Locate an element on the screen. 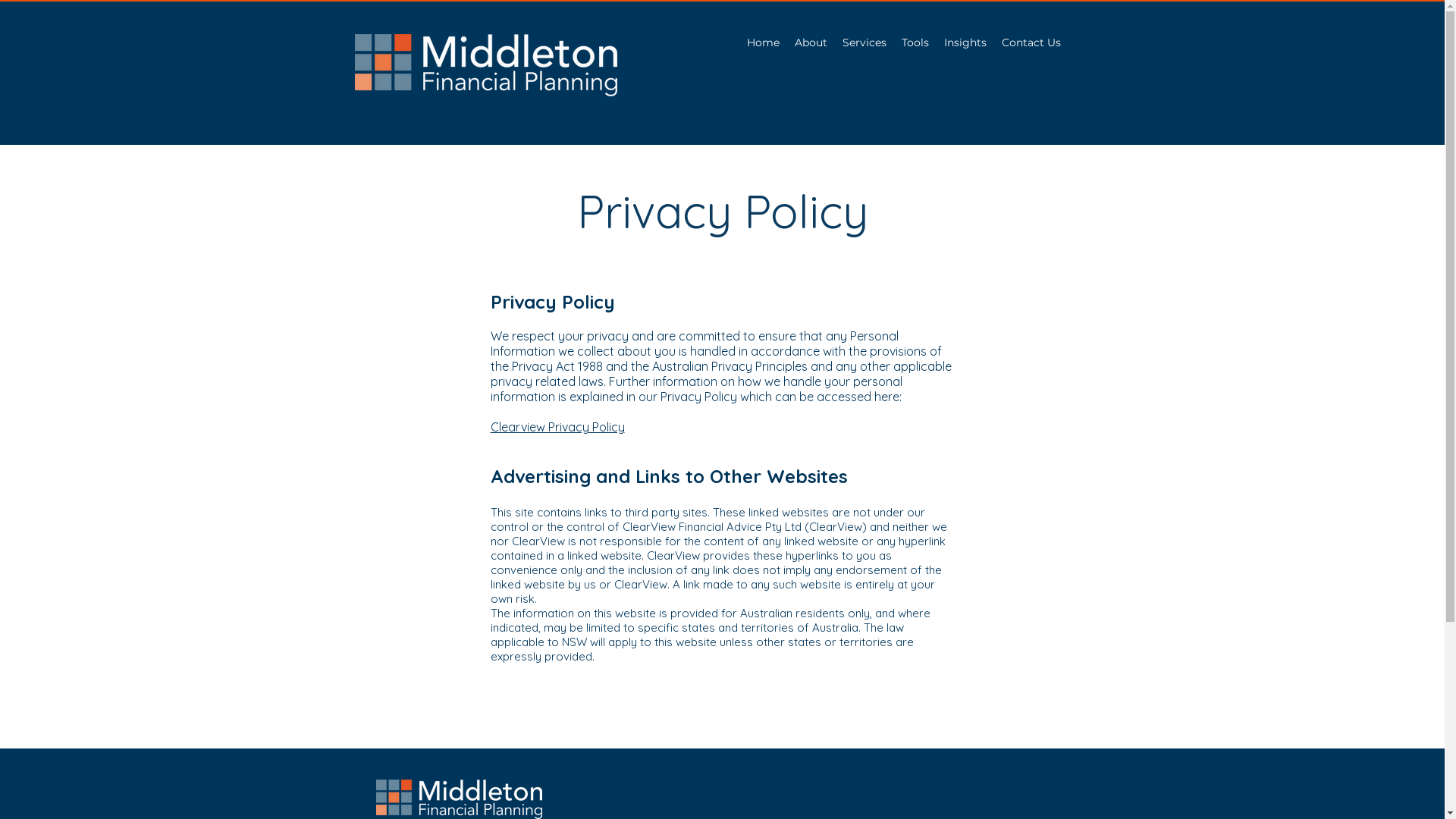 The height and width of the screenshot is (819, 1456). 'Insights' is located at coordinates (964, 42).